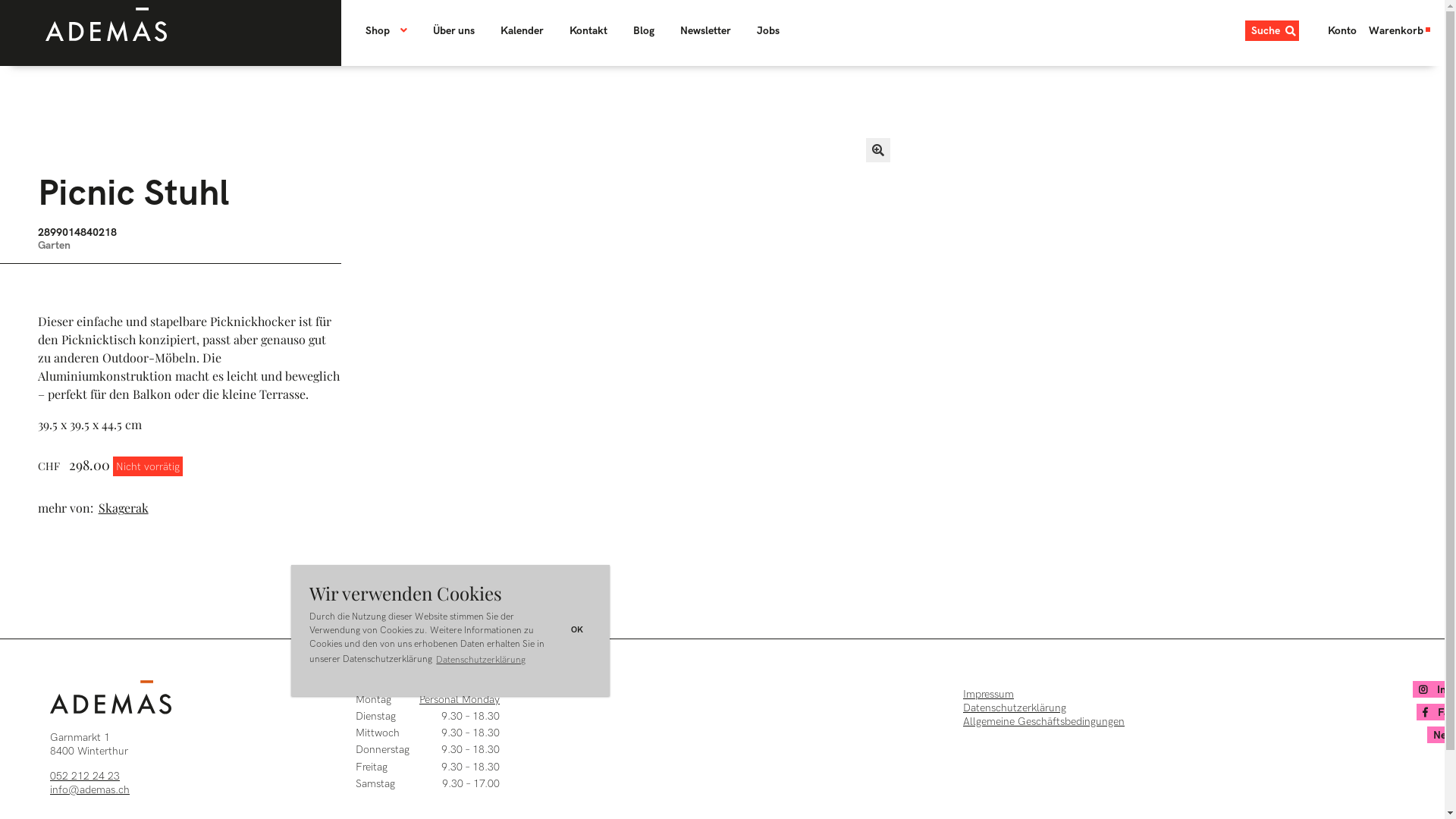  What do you see at coordinates (125, 508) in the screenshot?
I see `'Skagerak'` at bounding box center [125, 508].